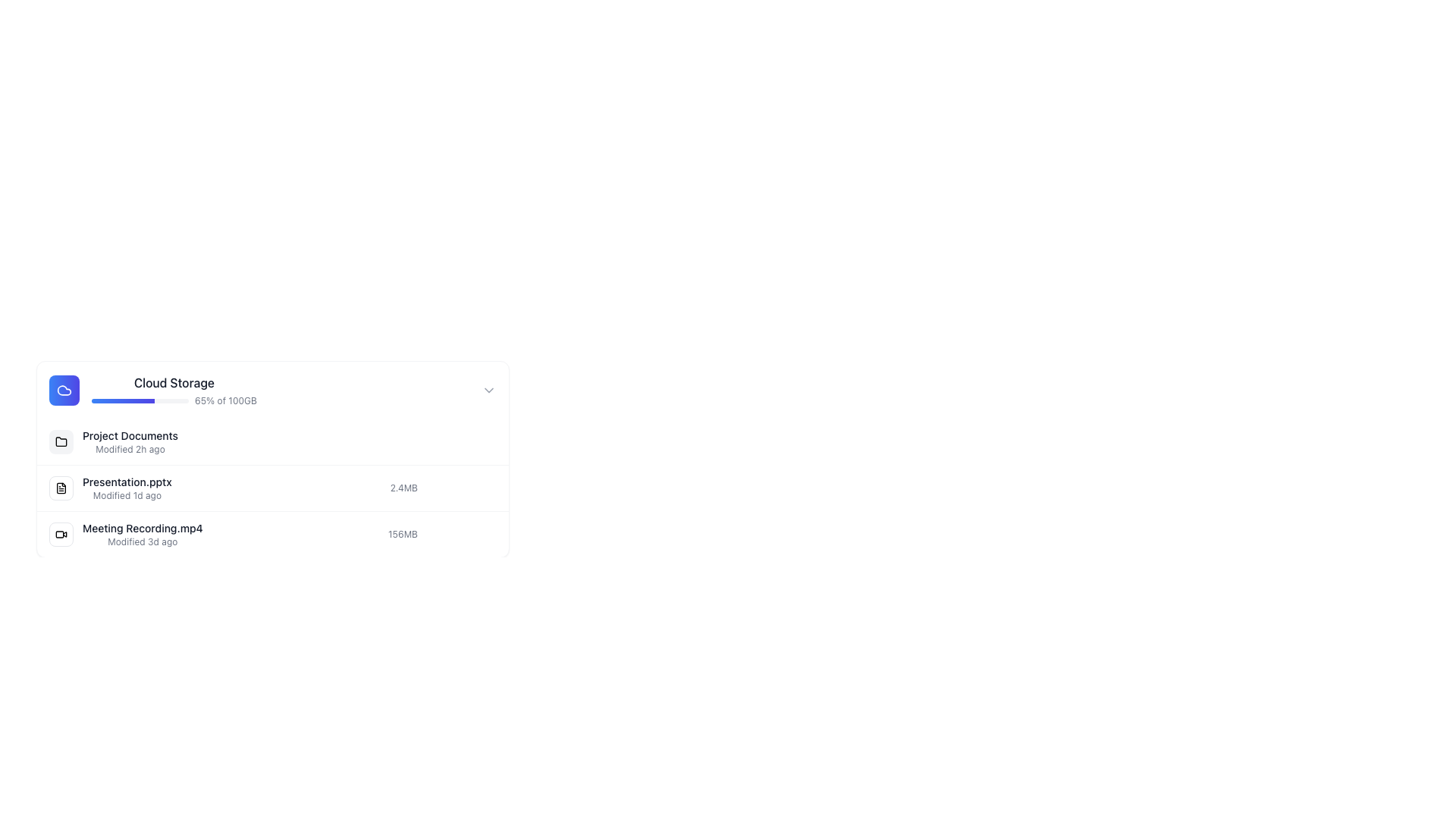  Describe the element at coordinates (140, 400) in the screenshot. I see `the progress bar indicating storage usage in the Cloud Storage section, located beside the '65% of 100GB' text` at that location.